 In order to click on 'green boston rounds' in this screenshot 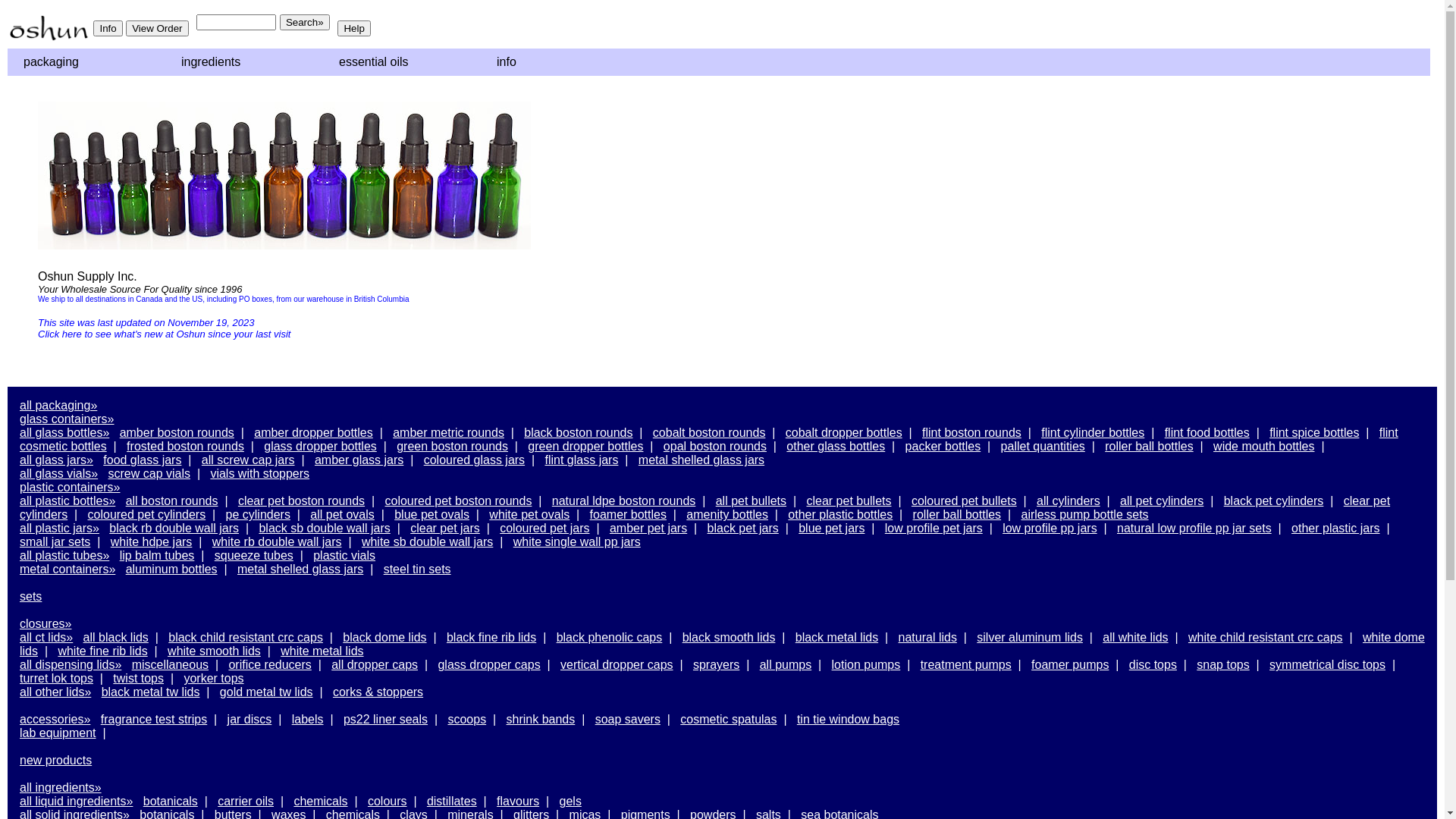, I will do `click(451, 445)`.